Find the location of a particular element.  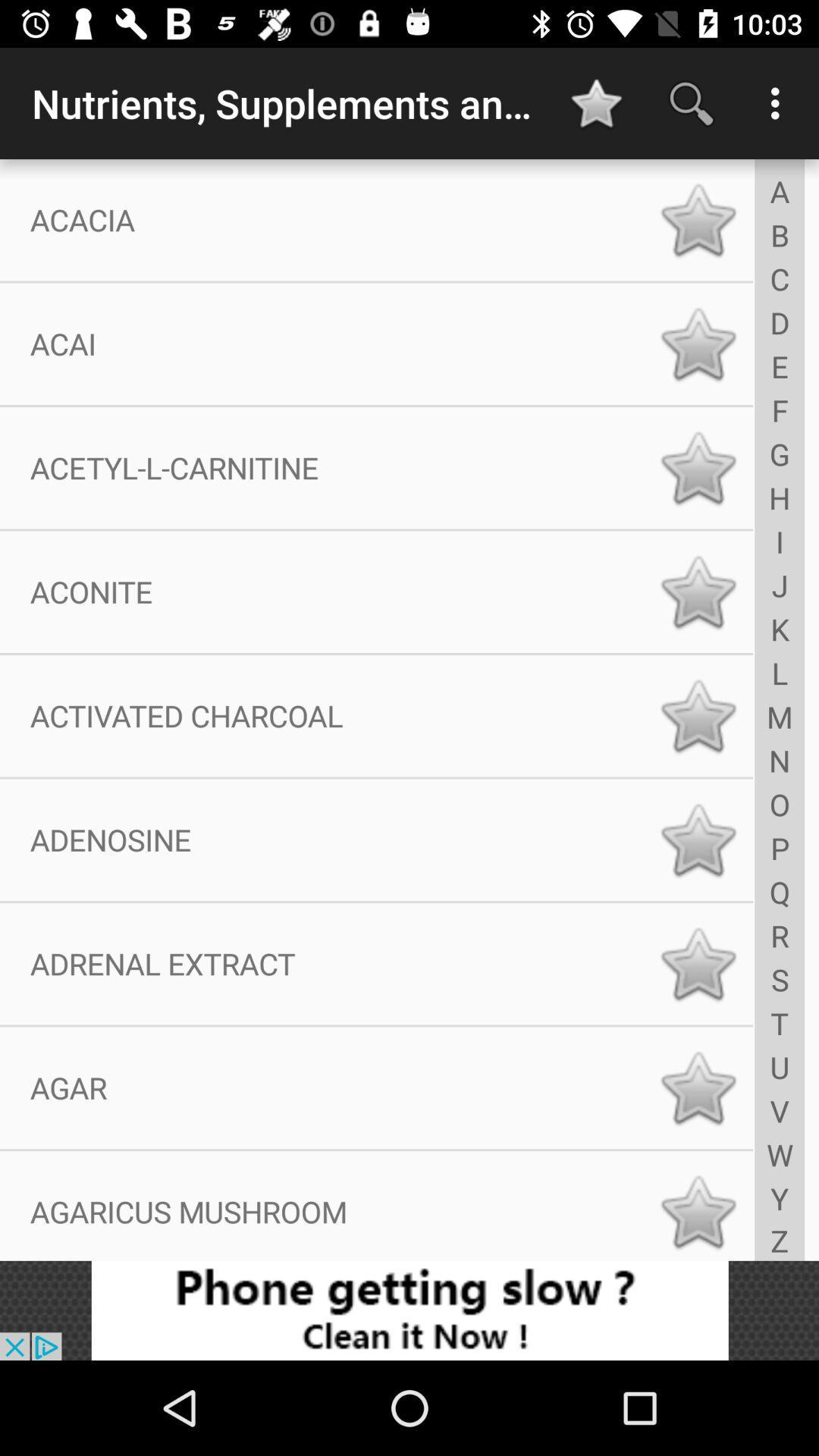

agaricus mushroom is located at coordinates (698, 1211).